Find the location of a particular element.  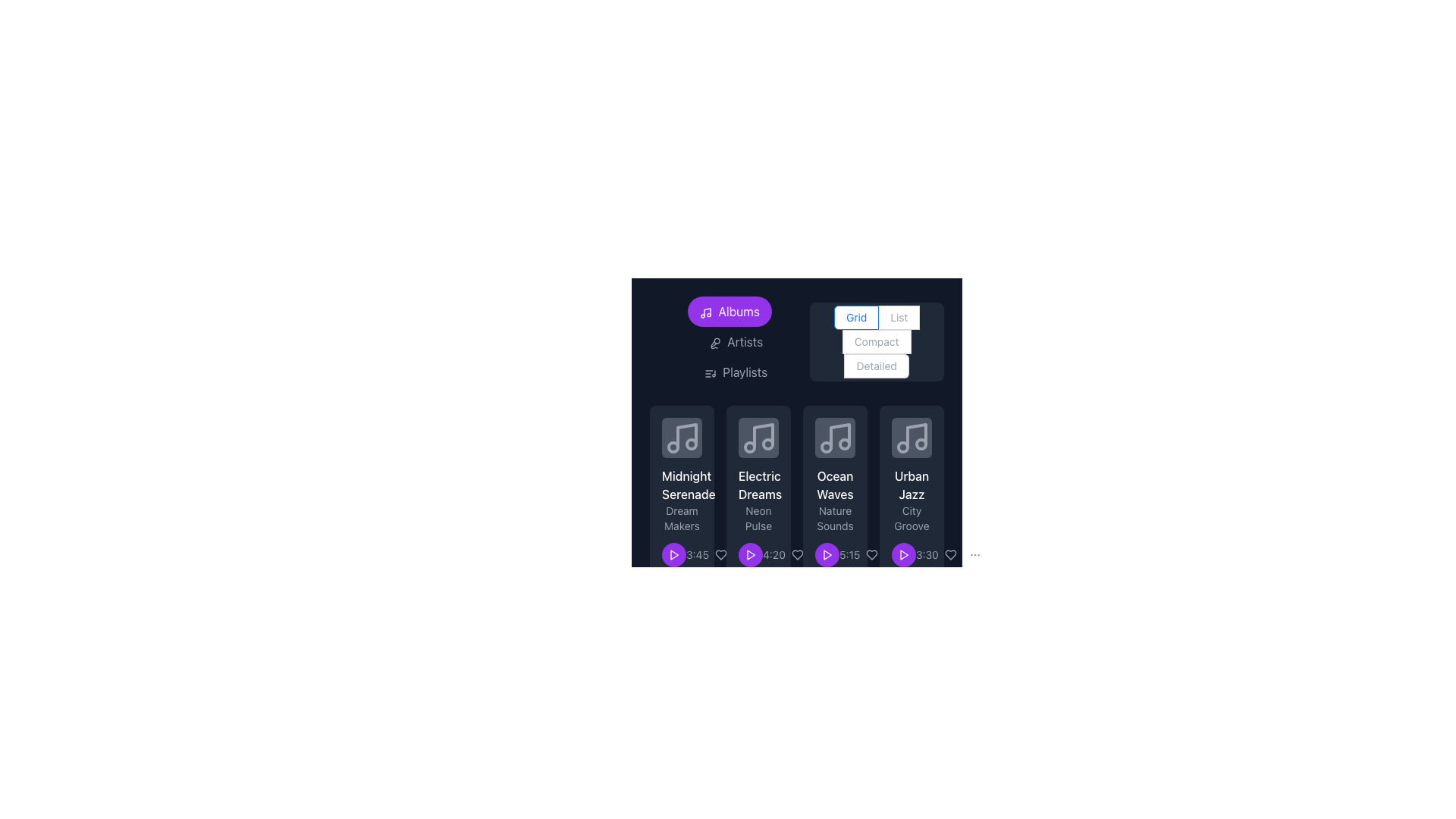

the text label displaying '3:30', which is styled in a light gray compact sans-serif font and located at the bottom right corner of the fourth card, adjacent to a purple circular button with a play icon and a heart icon is located at coordinates (926, 555).